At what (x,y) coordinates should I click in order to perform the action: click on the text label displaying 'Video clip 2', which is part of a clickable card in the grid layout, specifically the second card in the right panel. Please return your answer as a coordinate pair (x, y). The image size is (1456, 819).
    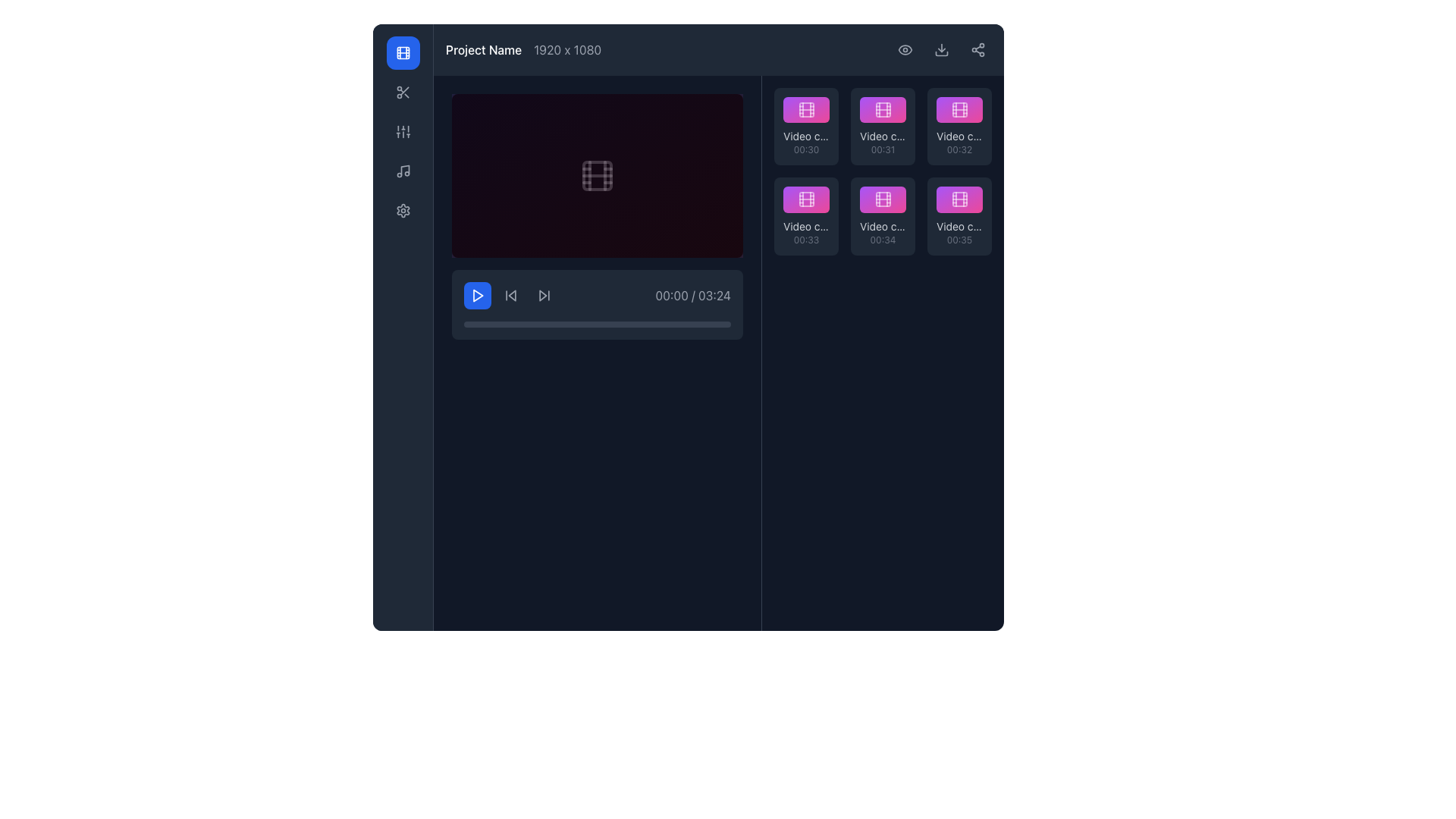
    Looking at the image, I should click on (883, 136).